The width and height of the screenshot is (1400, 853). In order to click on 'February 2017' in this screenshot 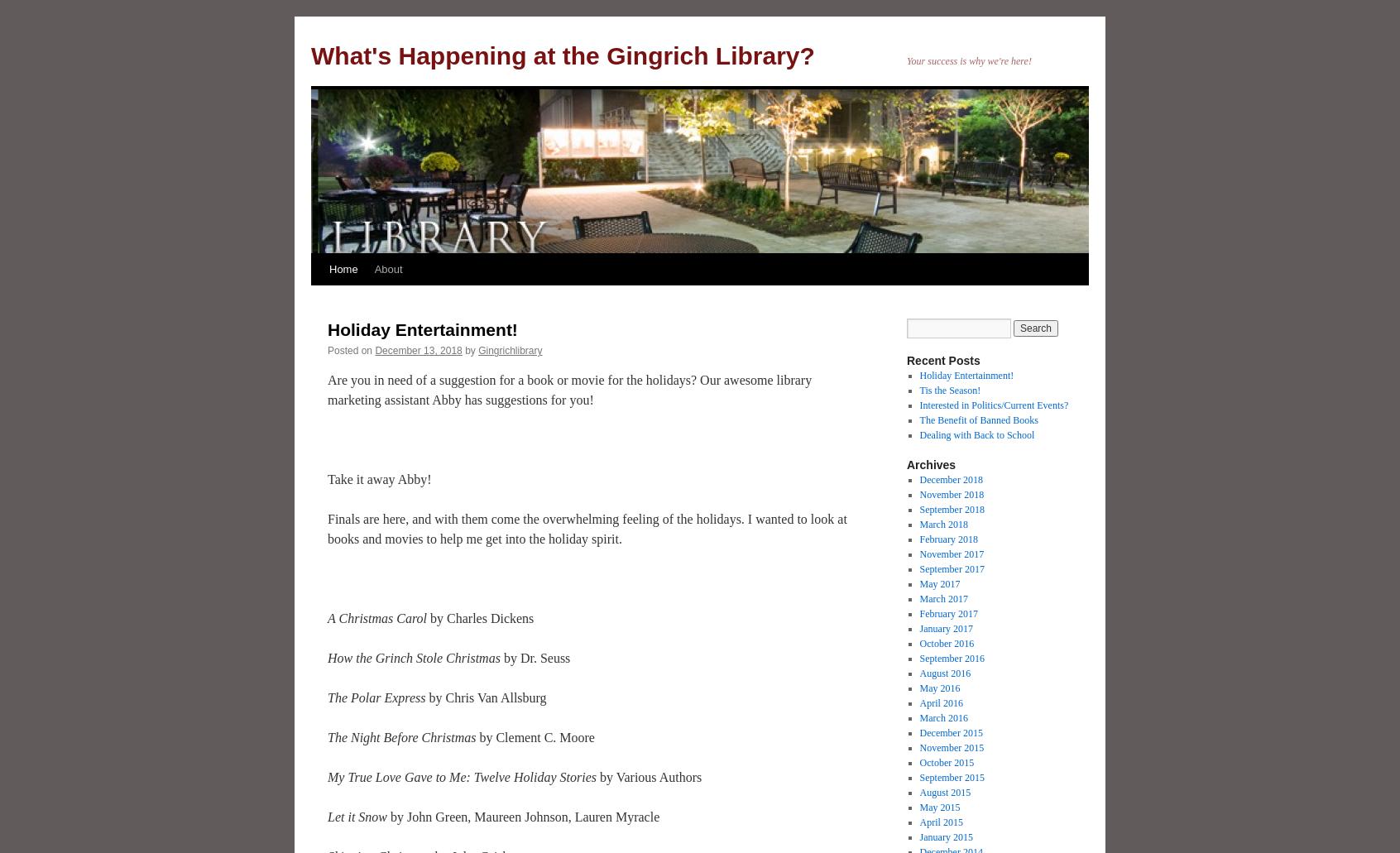, I will do `click(918, 613)`.